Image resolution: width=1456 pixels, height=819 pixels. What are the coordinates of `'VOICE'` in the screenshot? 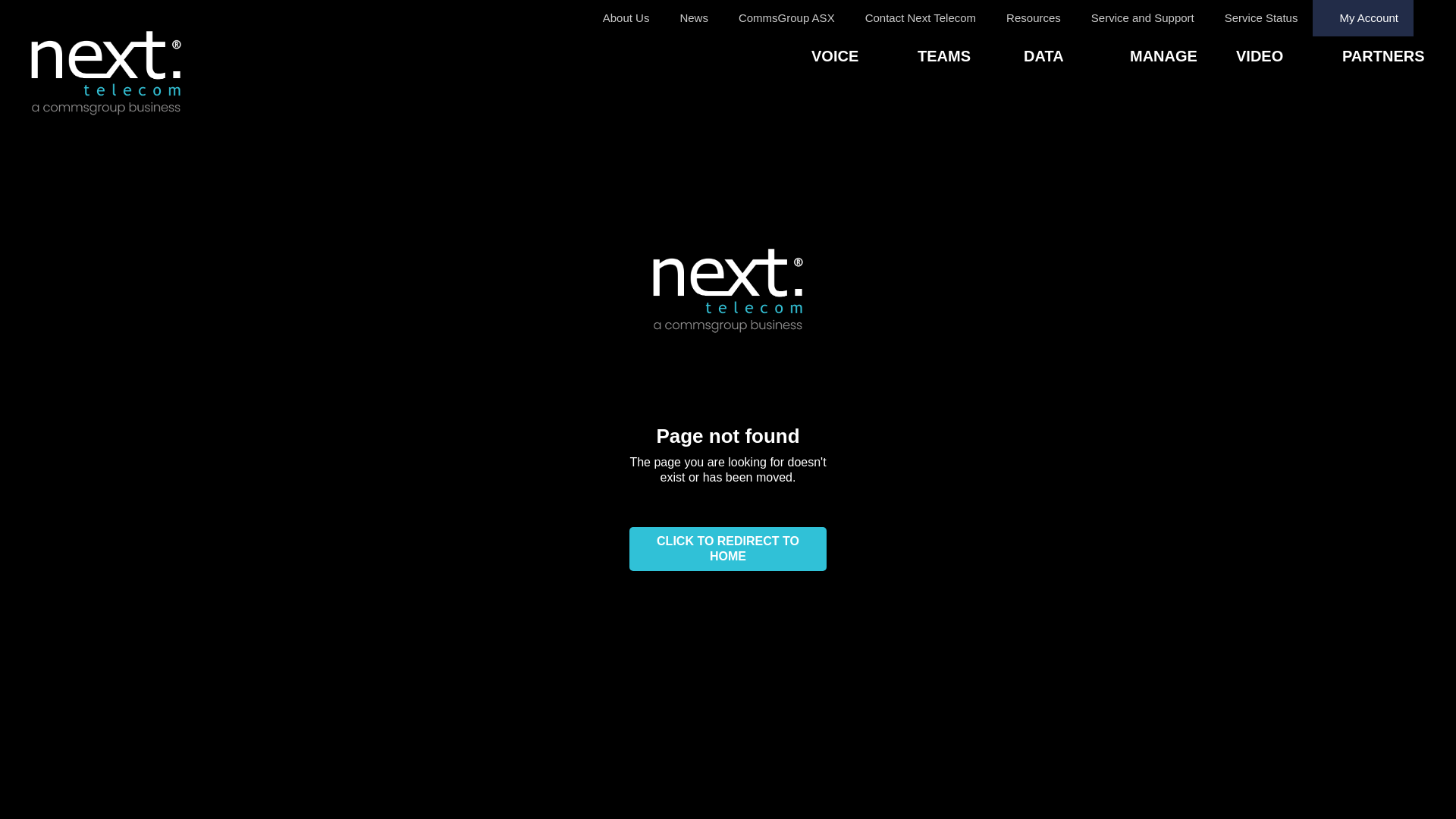 It's located at (864, 57).